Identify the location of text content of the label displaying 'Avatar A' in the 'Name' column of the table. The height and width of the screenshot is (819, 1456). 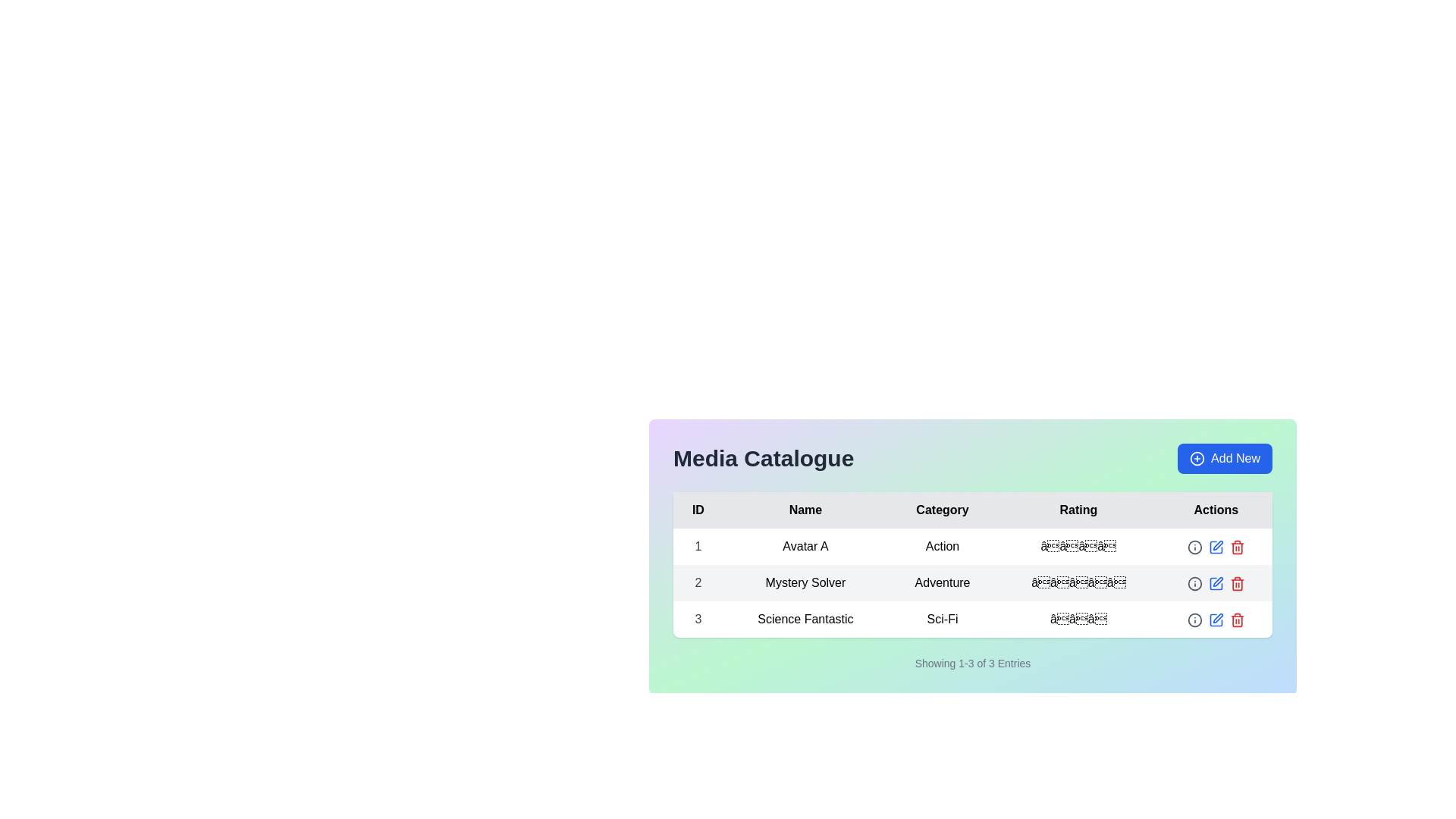
(805, 547).